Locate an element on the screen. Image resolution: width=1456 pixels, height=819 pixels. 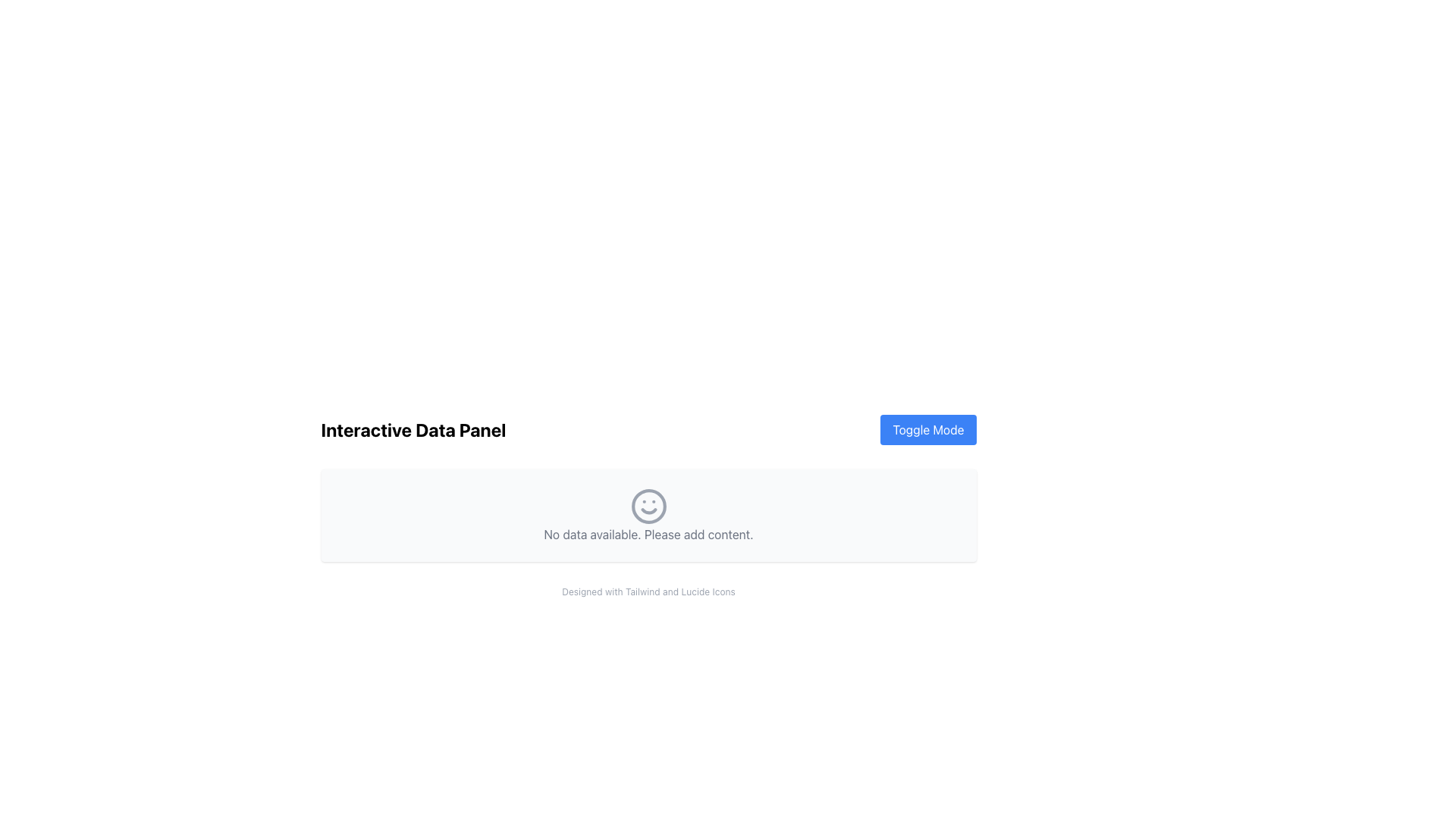
the smiling face icon, which is a grayish circular outline with two dots for eyes and a curved smile, located centrally above the text 'No data available. Please add content.' is located at coordinates (648, 506).